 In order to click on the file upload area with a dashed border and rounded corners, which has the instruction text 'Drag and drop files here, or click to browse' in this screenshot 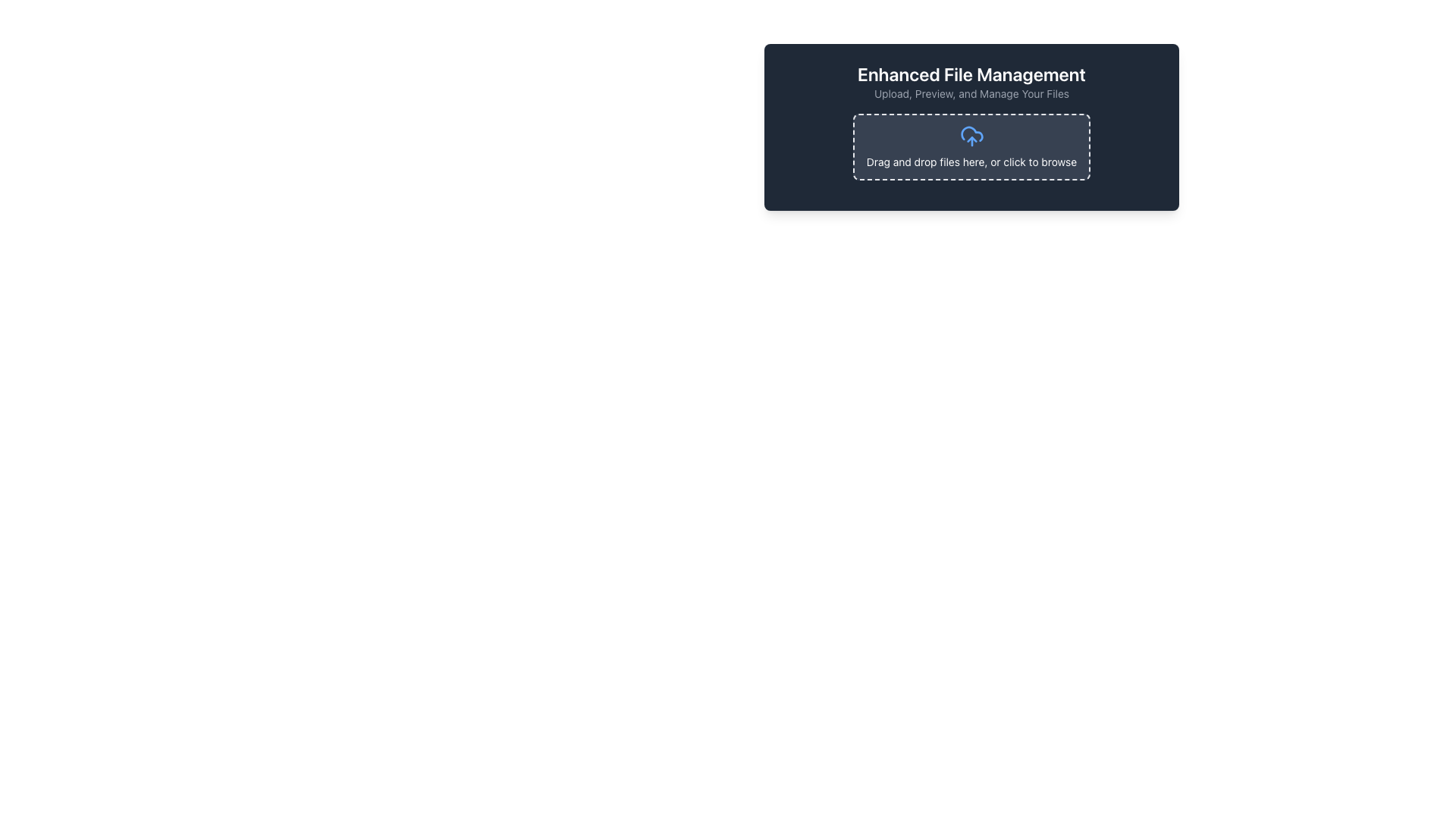, I will do `click(971, 146)`.